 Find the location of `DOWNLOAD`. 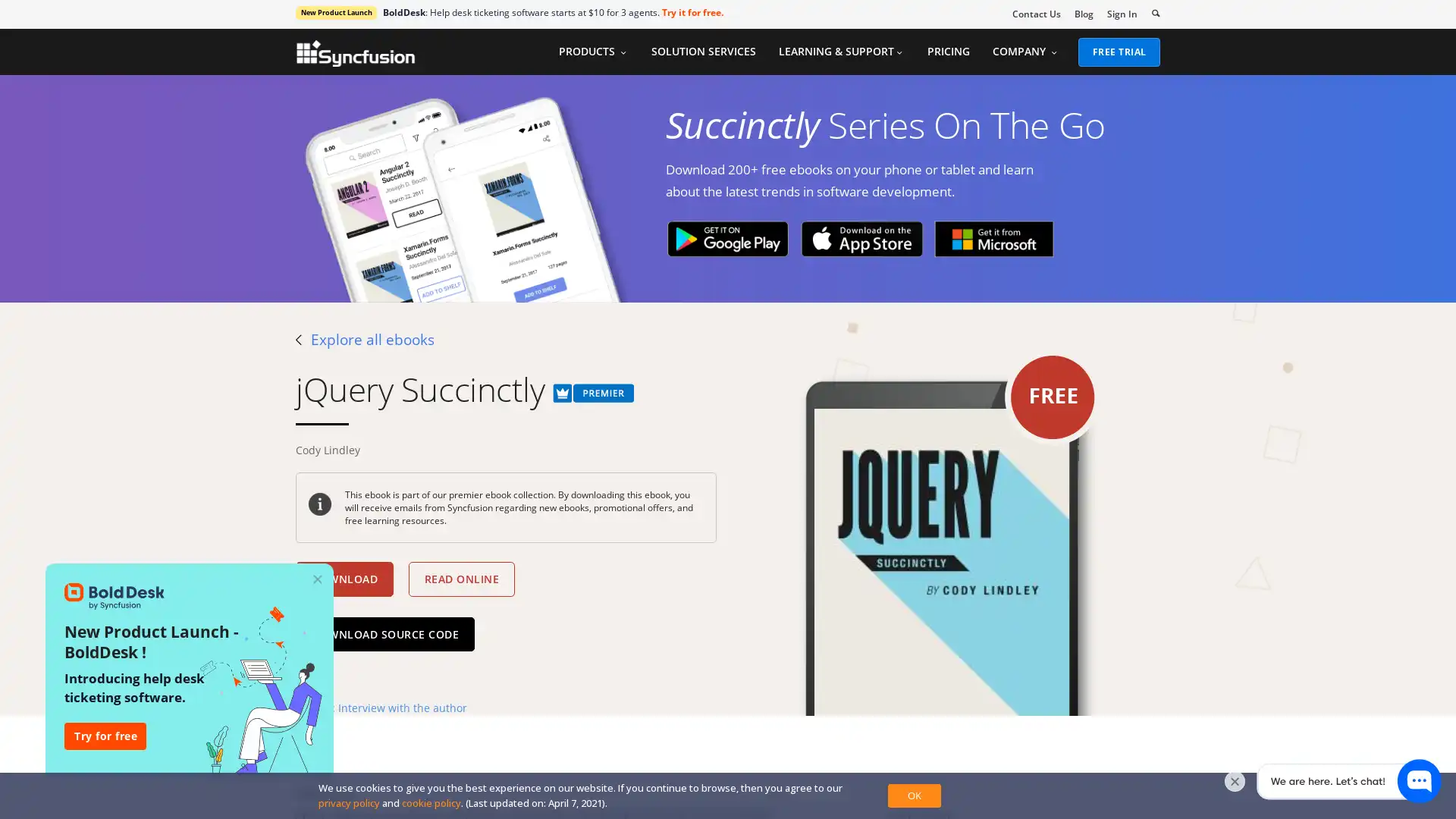

DOWNLOAD is located at coordinates (344, 579).